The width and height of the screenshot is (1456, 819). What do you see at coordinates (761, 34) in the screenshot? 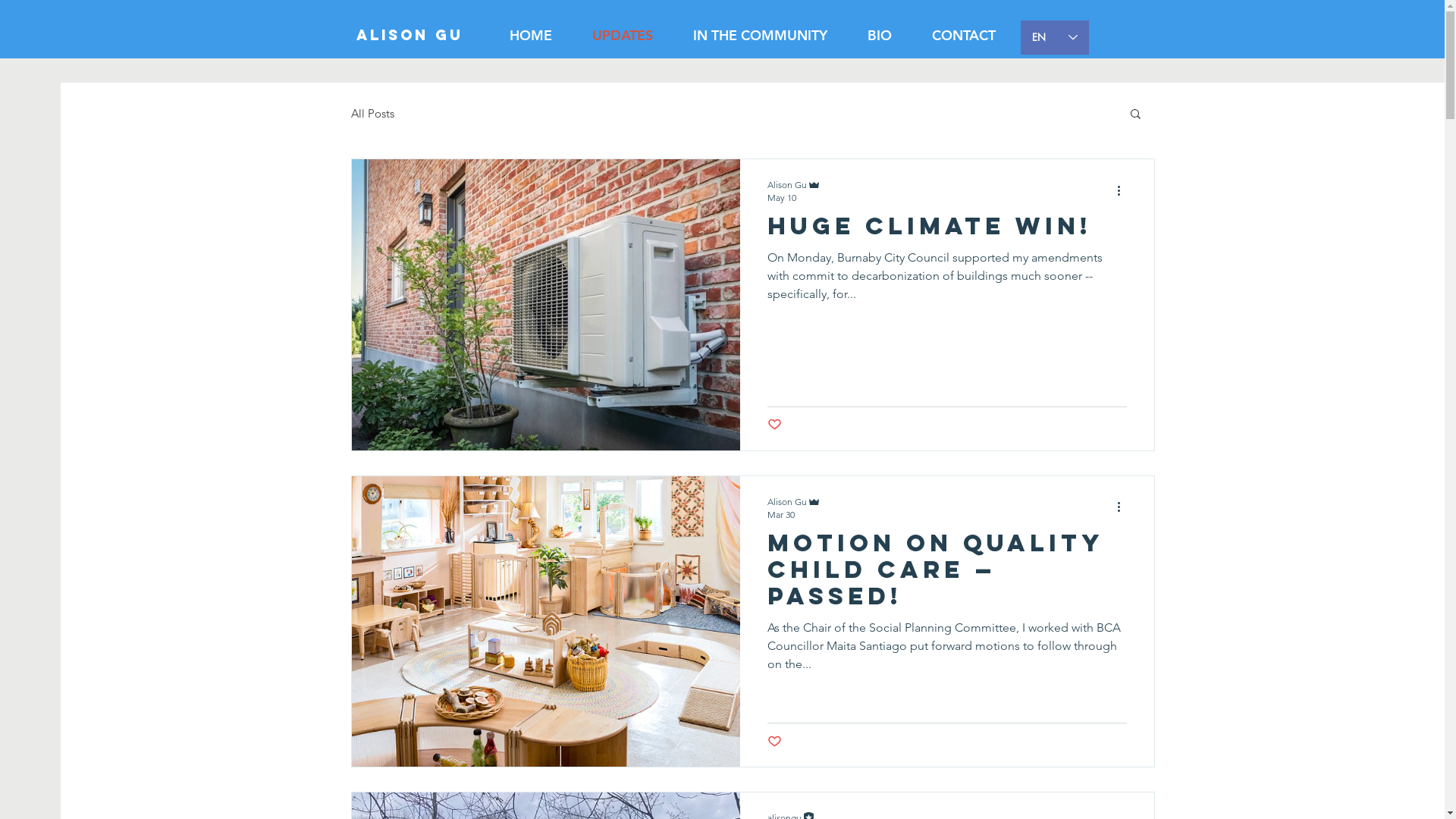
I see `'IN THE COMMUNITY'` at bounding box center [761, 34].